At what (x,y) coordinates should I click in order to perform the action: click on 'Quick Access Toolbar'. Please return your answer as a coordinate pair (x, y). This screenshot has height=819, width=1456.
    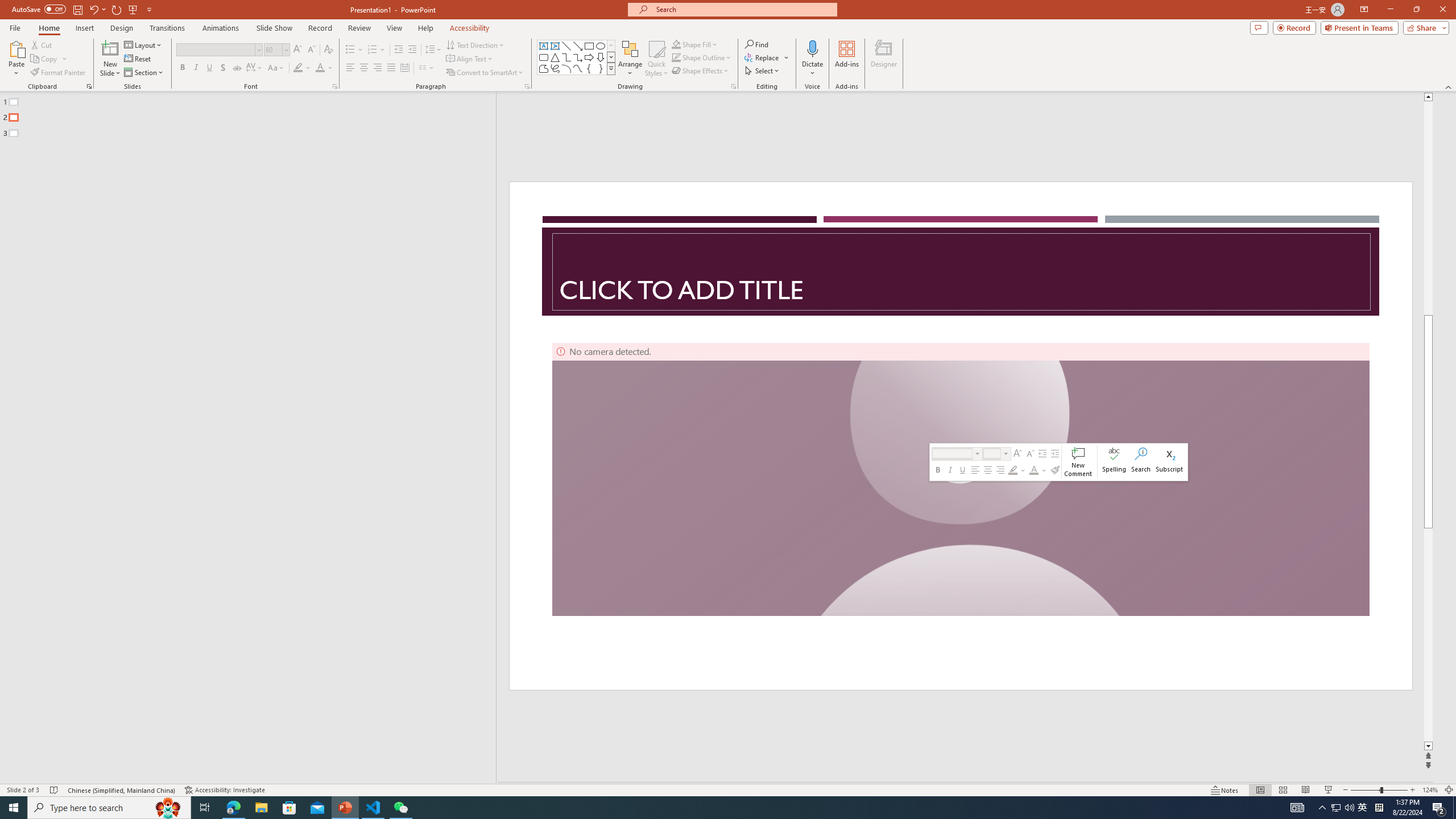
    Looking at the image, I should click on (82, 9).